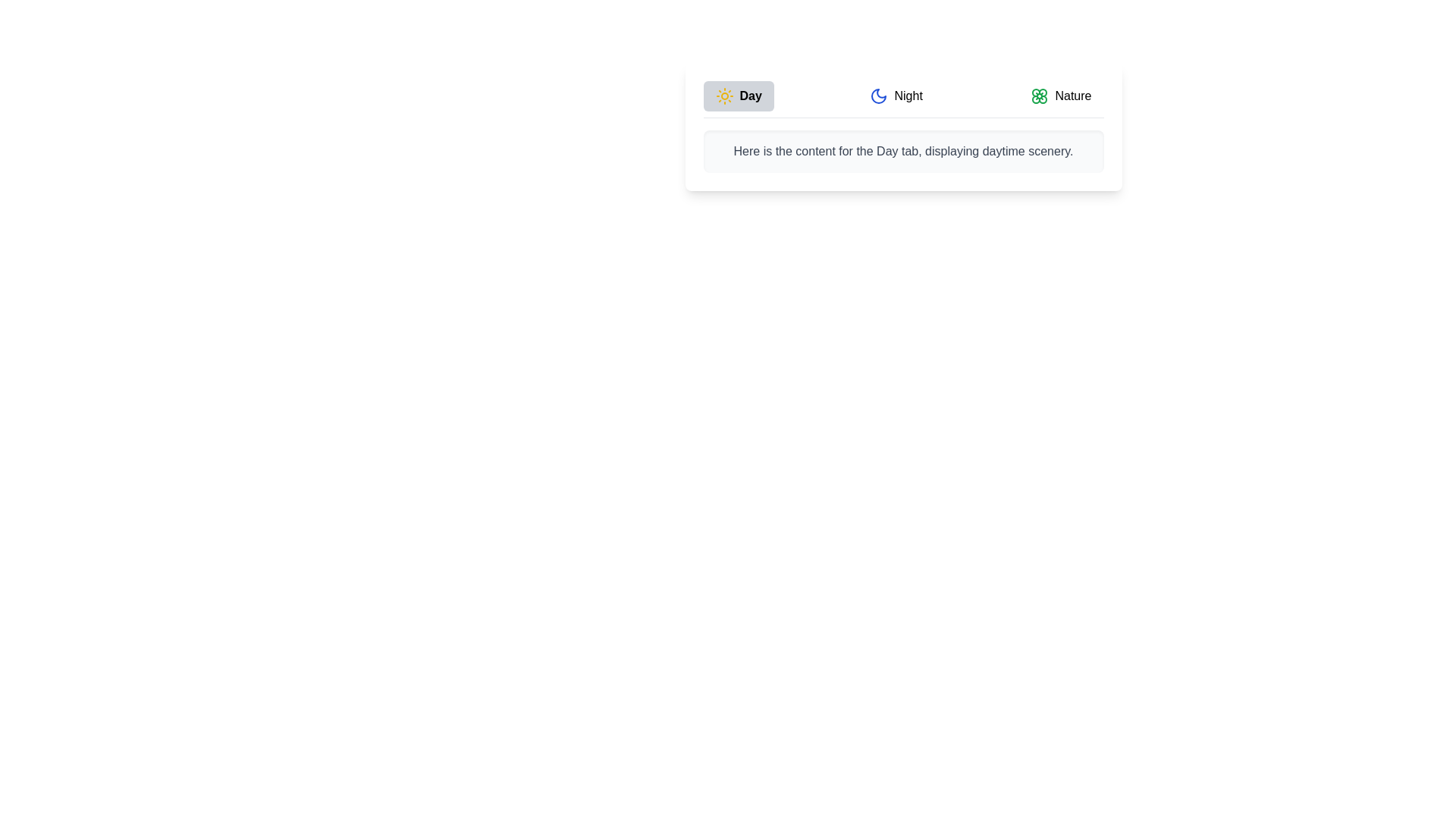 The image size is (1456, 819). I want to click on the Nature tab by clicking on its respective button, so click(1059, 96).